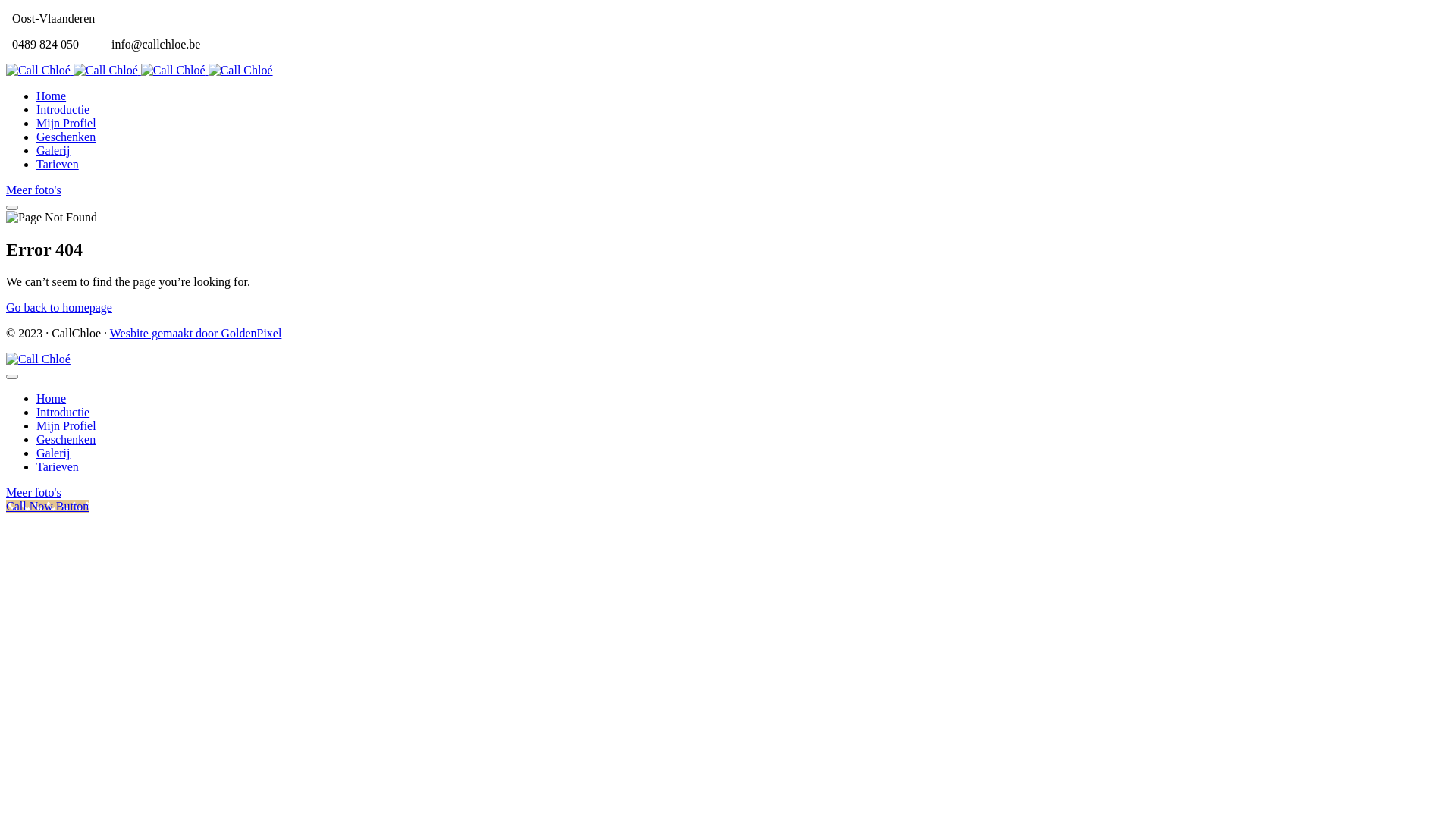  What do you see at coordinates (53, 150) in the screenshot?
I see `'Galerij'` at bounding box center [53, 150].